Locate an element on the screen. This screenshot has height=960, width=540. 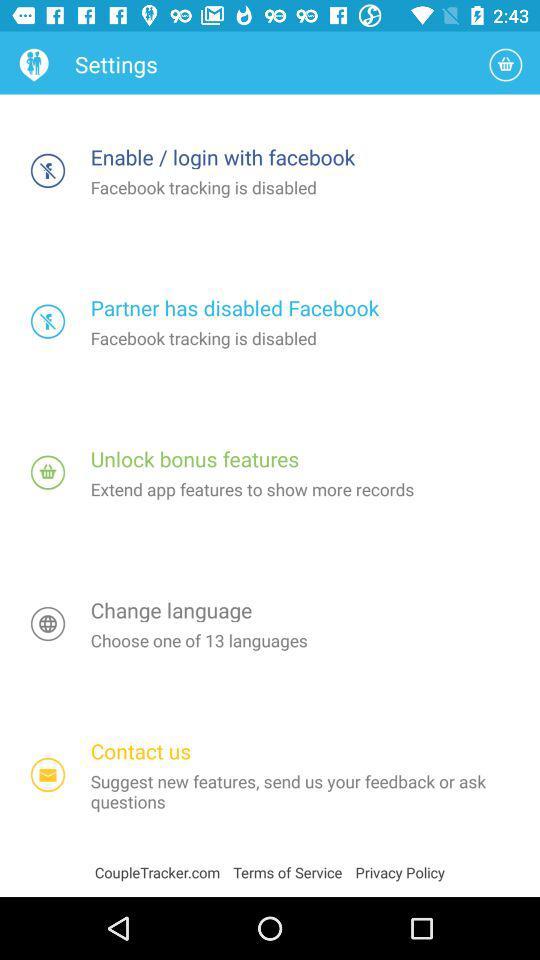
contacts is located at coordinates (48, 774).